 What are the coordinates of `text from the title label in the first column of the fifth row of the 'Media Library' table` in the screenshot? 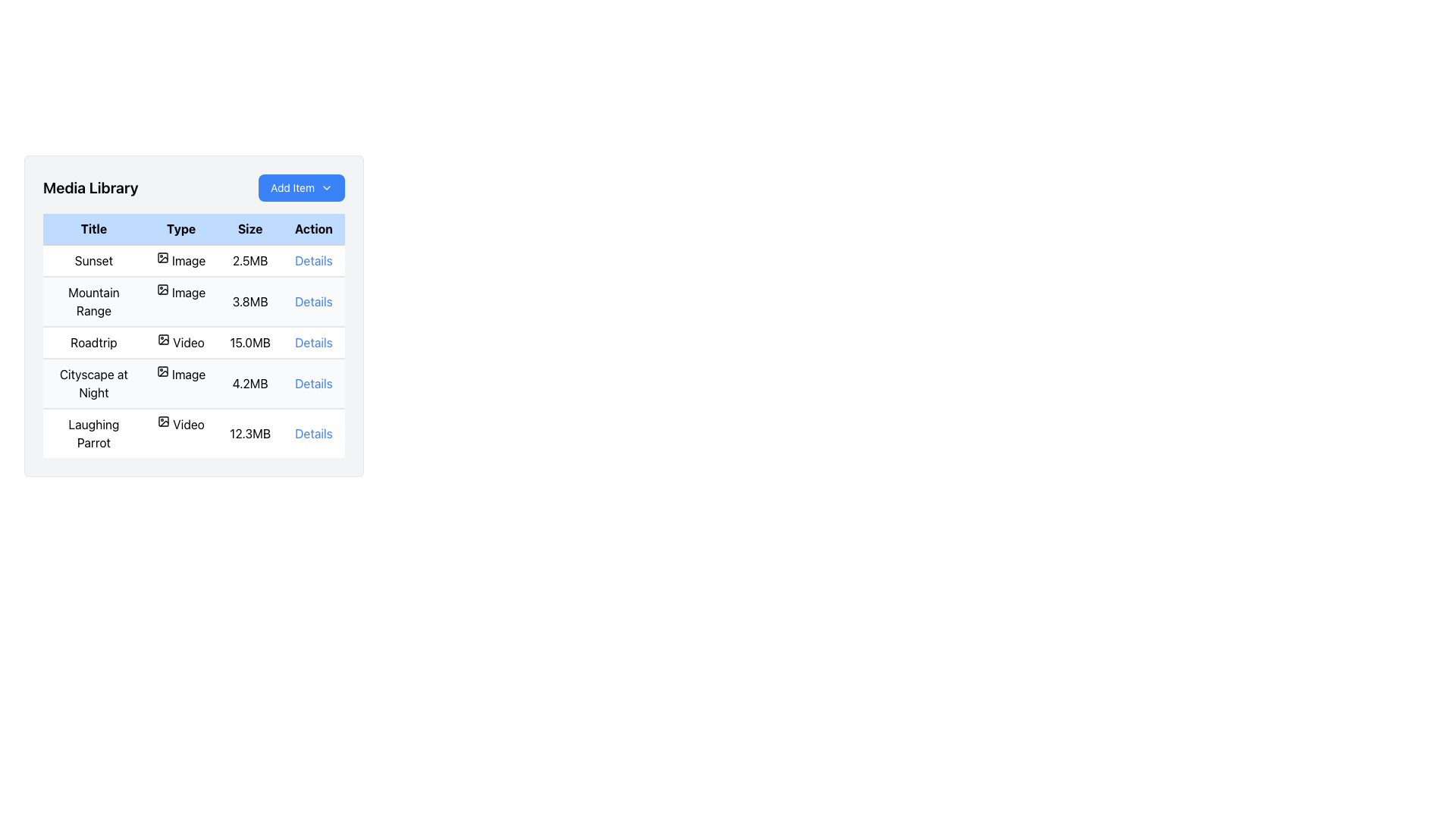 It's located at (93, 433).